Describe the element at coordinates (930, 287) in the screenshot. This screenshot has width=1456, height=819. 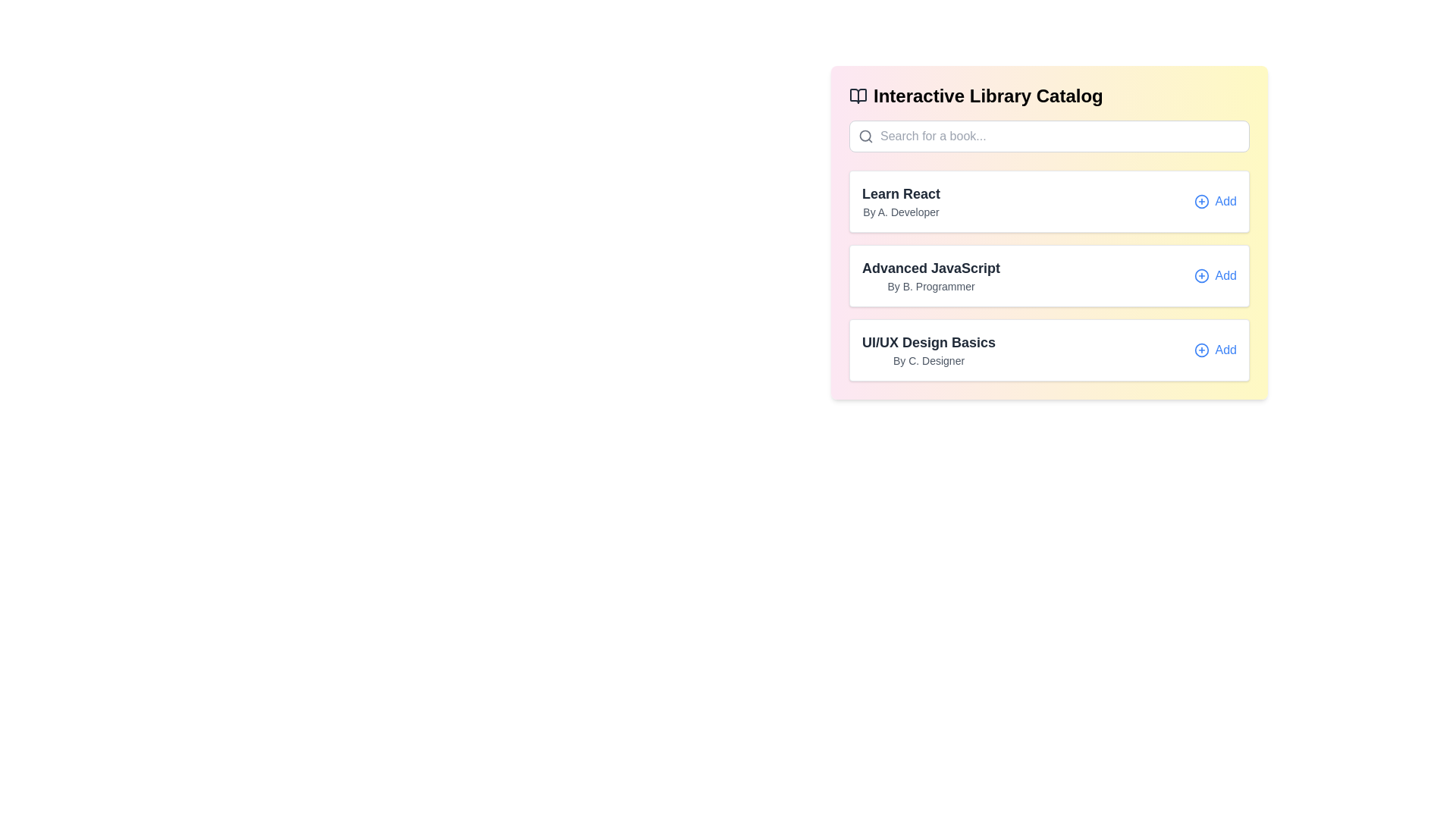
I see `the static text label that displays 'By B. Programmer.' located below the title 'Advanced JavaScript' in the interactive library catalog` at that location.